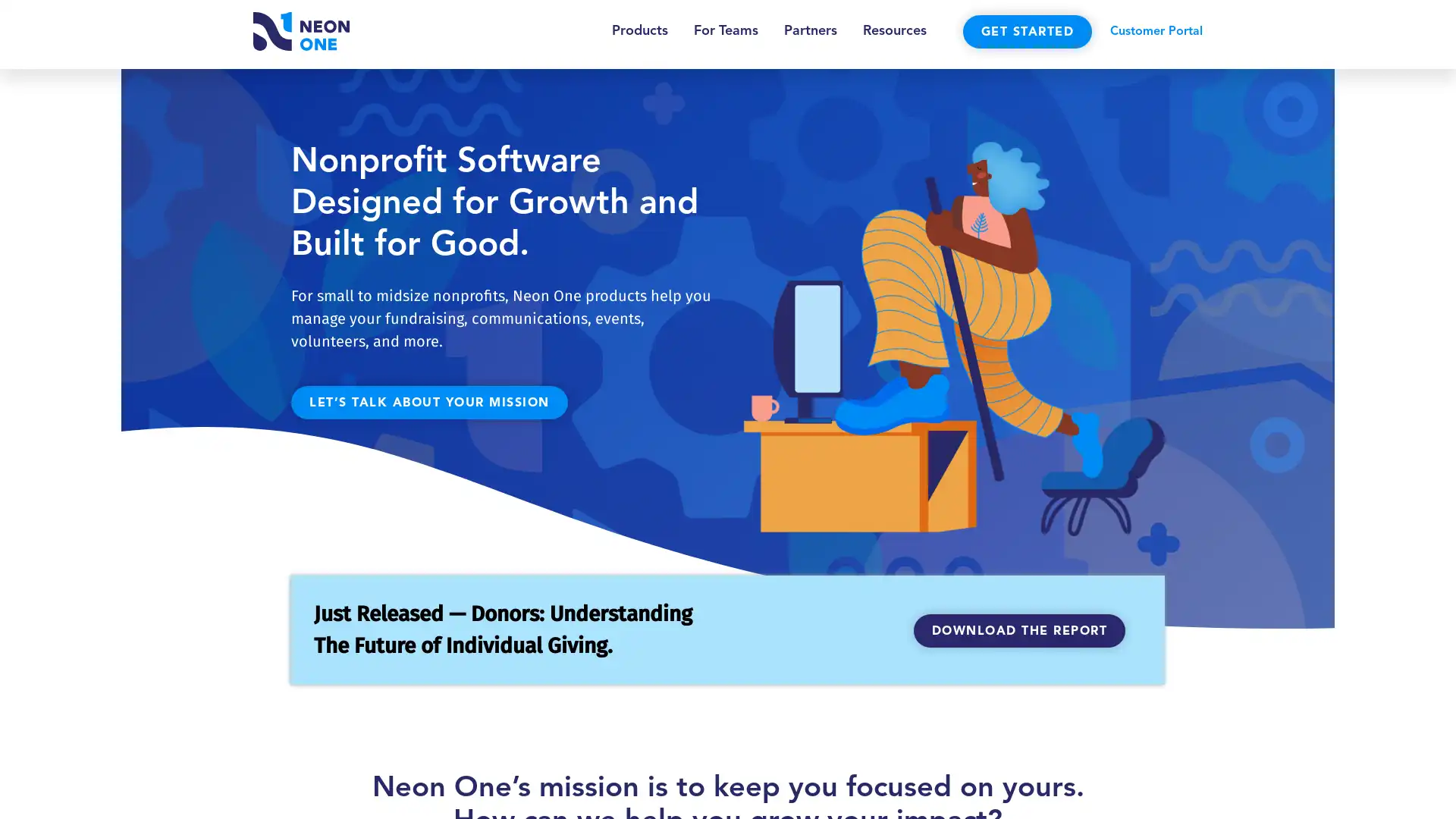  What do you see at coordinates (809, 31) in the screenshot?
I see `Partners` at bounding box center [809, 31].